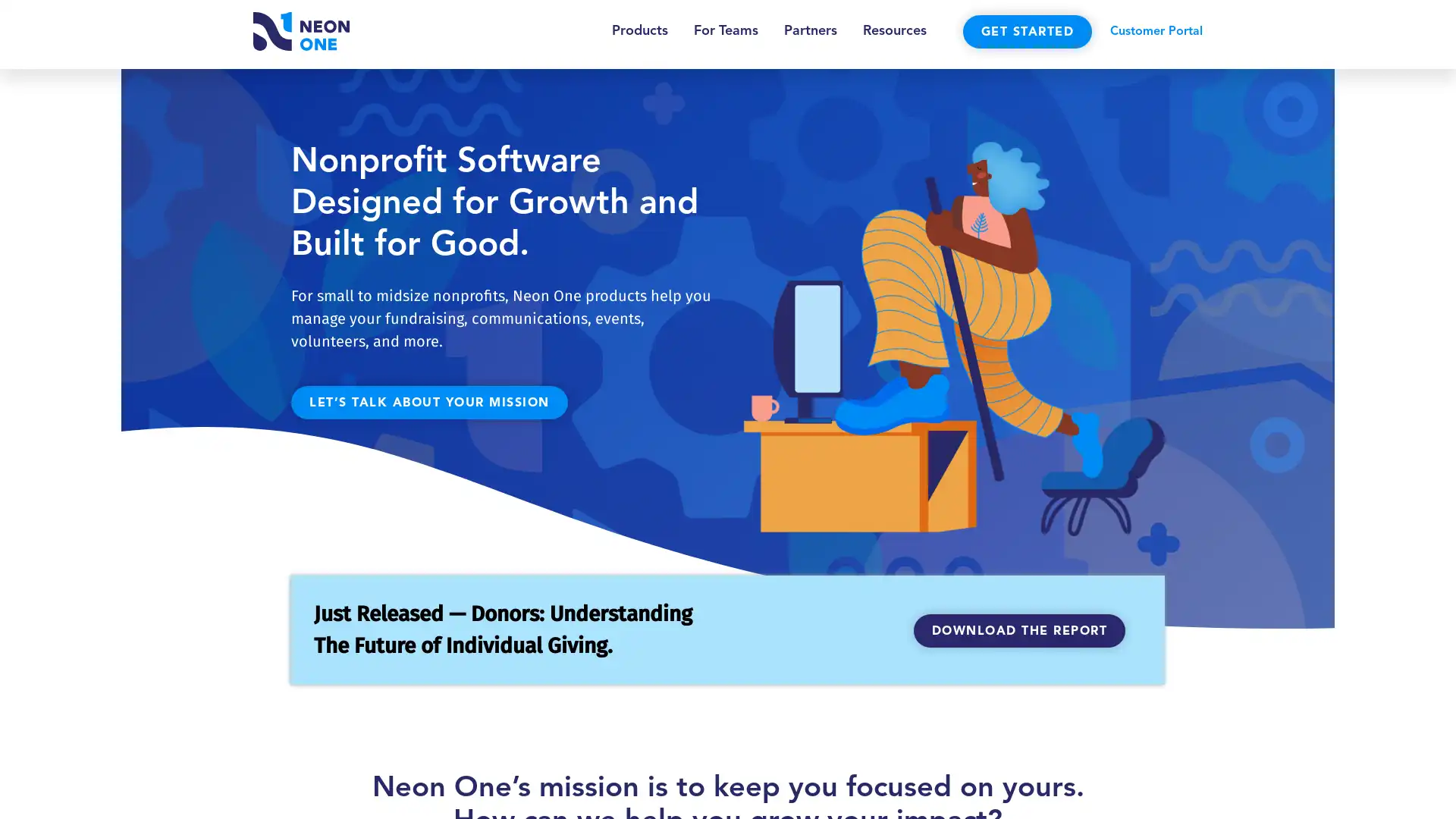  What do you see at coordinates (809, 31) in the screenshot?
I see `Partners` at bounding box center [809, 31].